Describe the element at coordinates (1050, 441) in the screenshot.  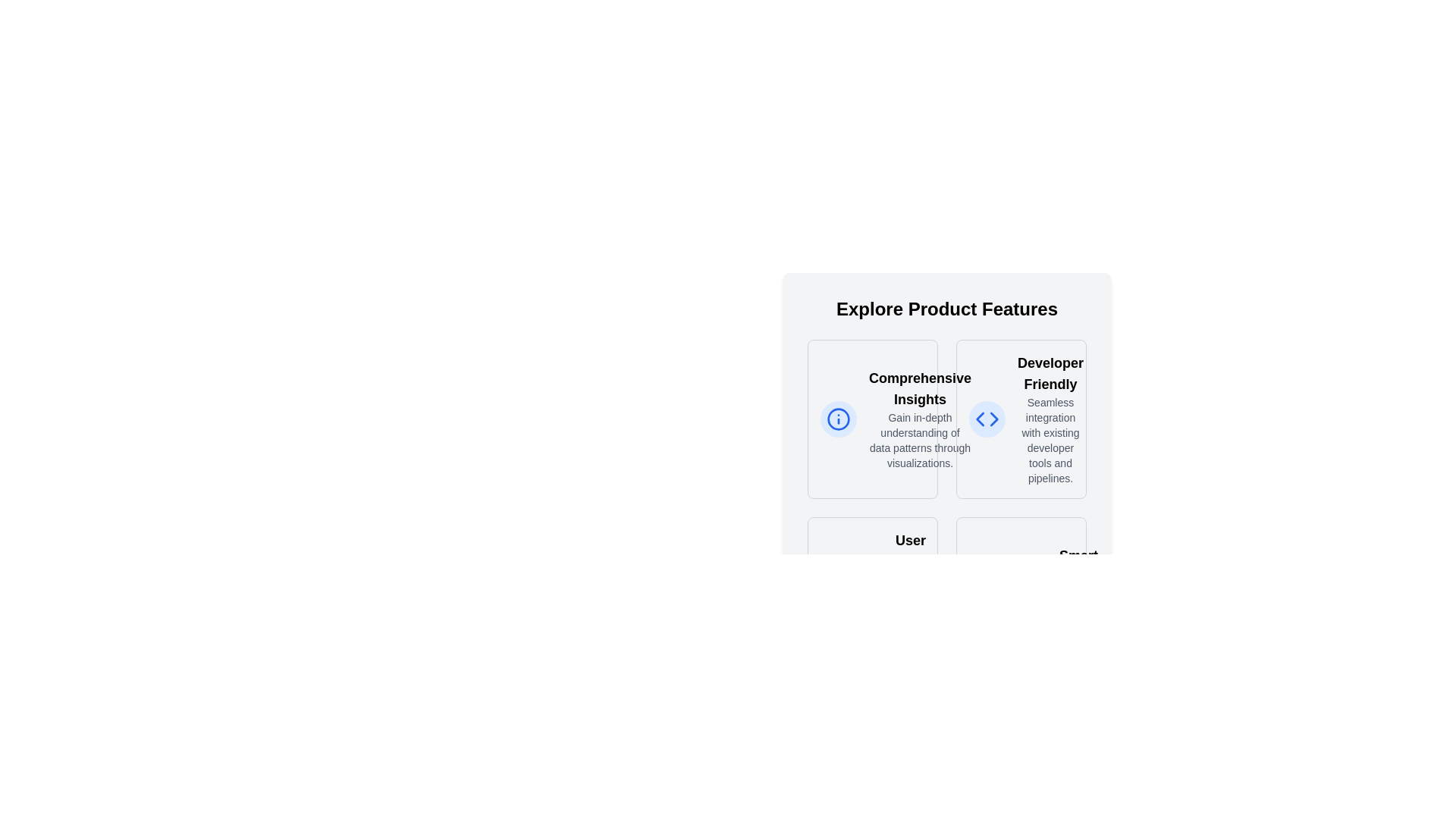
I see `static text providing descriptive information related to the 'Developer Friendly' feature, located beneath the 'Developer Friendly' text within a card in the rightmost column` at that location.